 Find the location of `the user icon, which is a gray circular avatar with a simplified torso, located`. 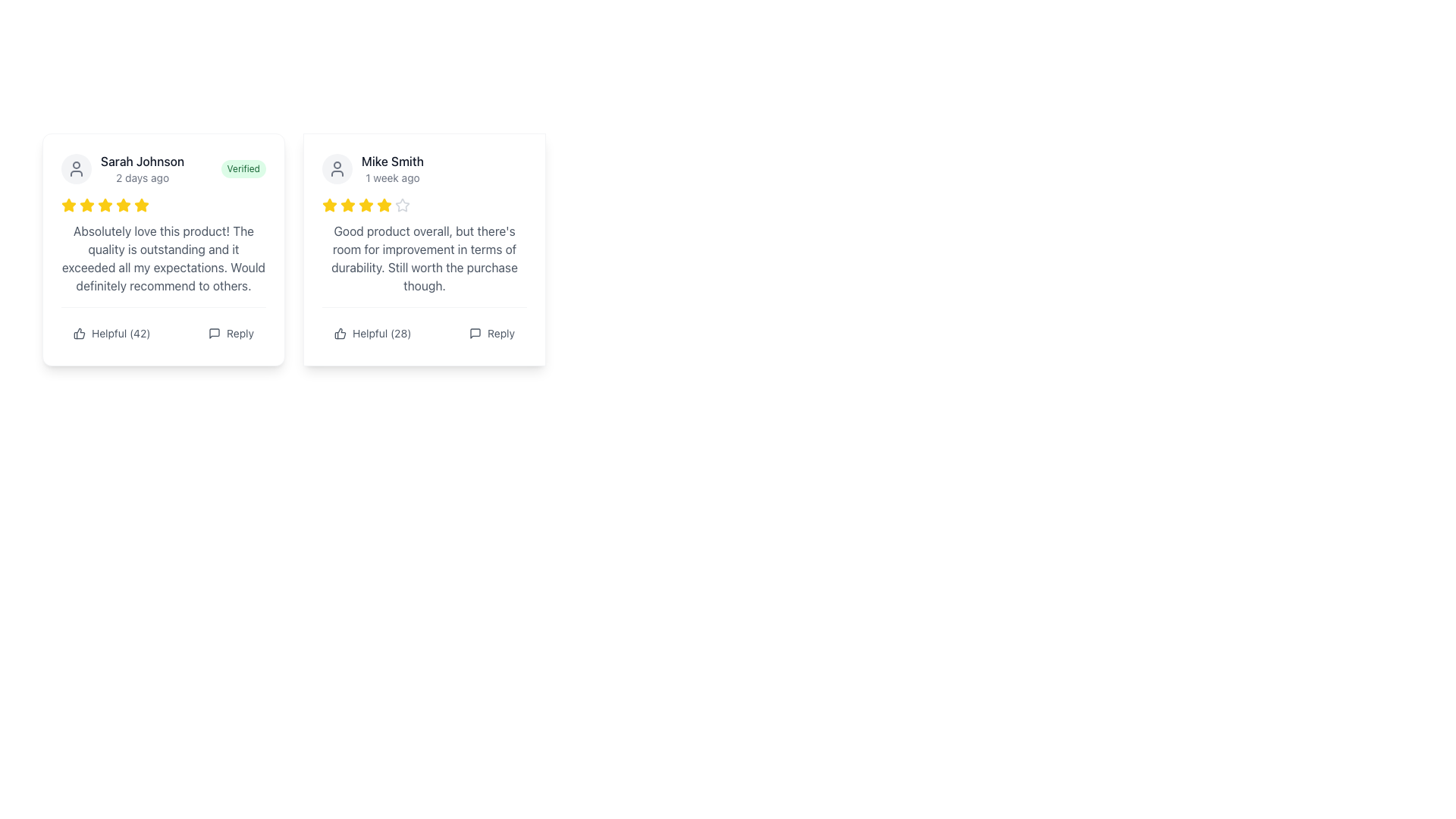

the user icon, which is a gray circular avatar with a simplified torso, located is located at coordinates (337, 169).